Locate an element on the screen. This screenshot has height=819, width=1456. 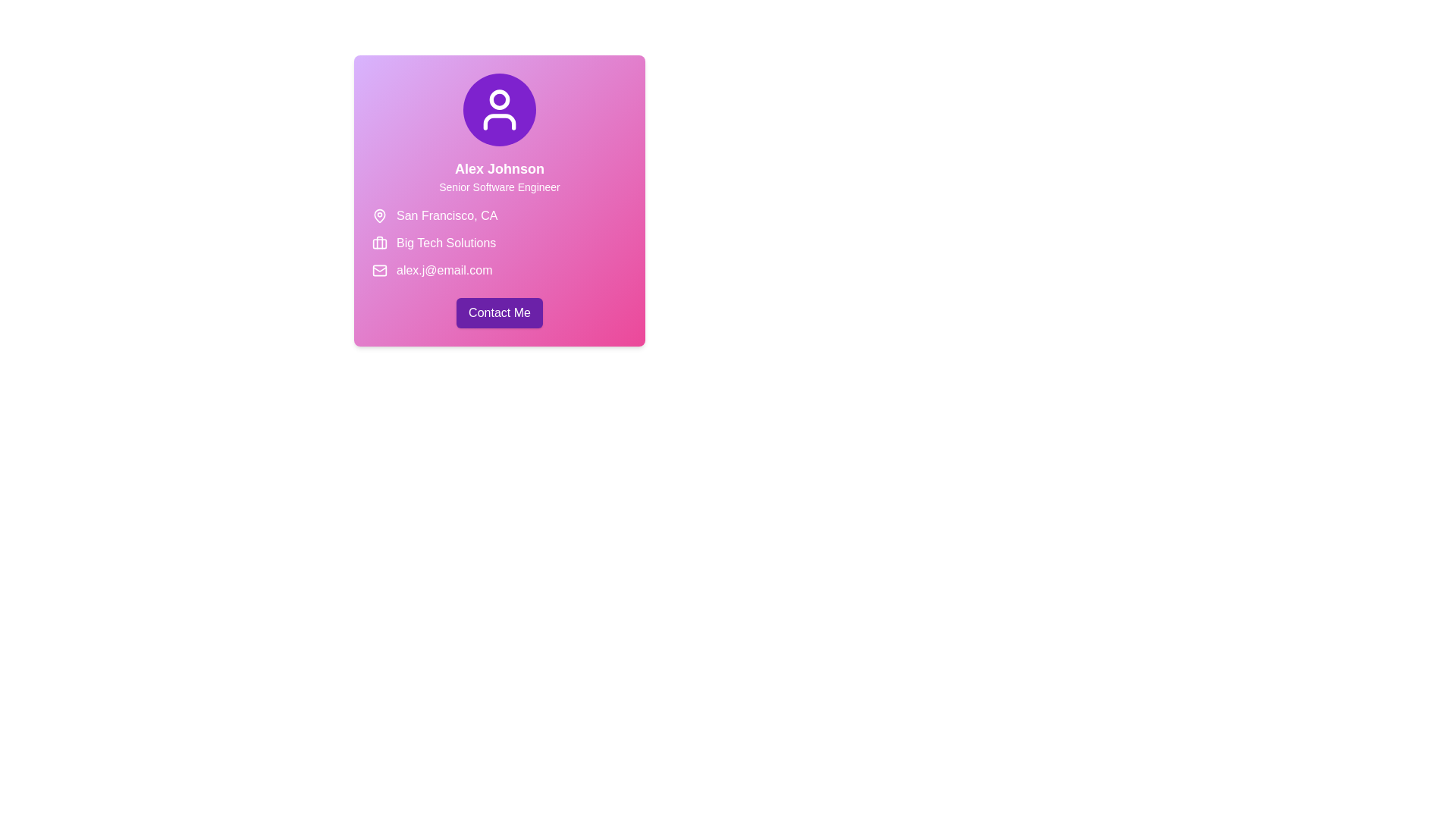
the graphical icon or avatar representing the user Alex Johnson is located at coordinates (499, 109).